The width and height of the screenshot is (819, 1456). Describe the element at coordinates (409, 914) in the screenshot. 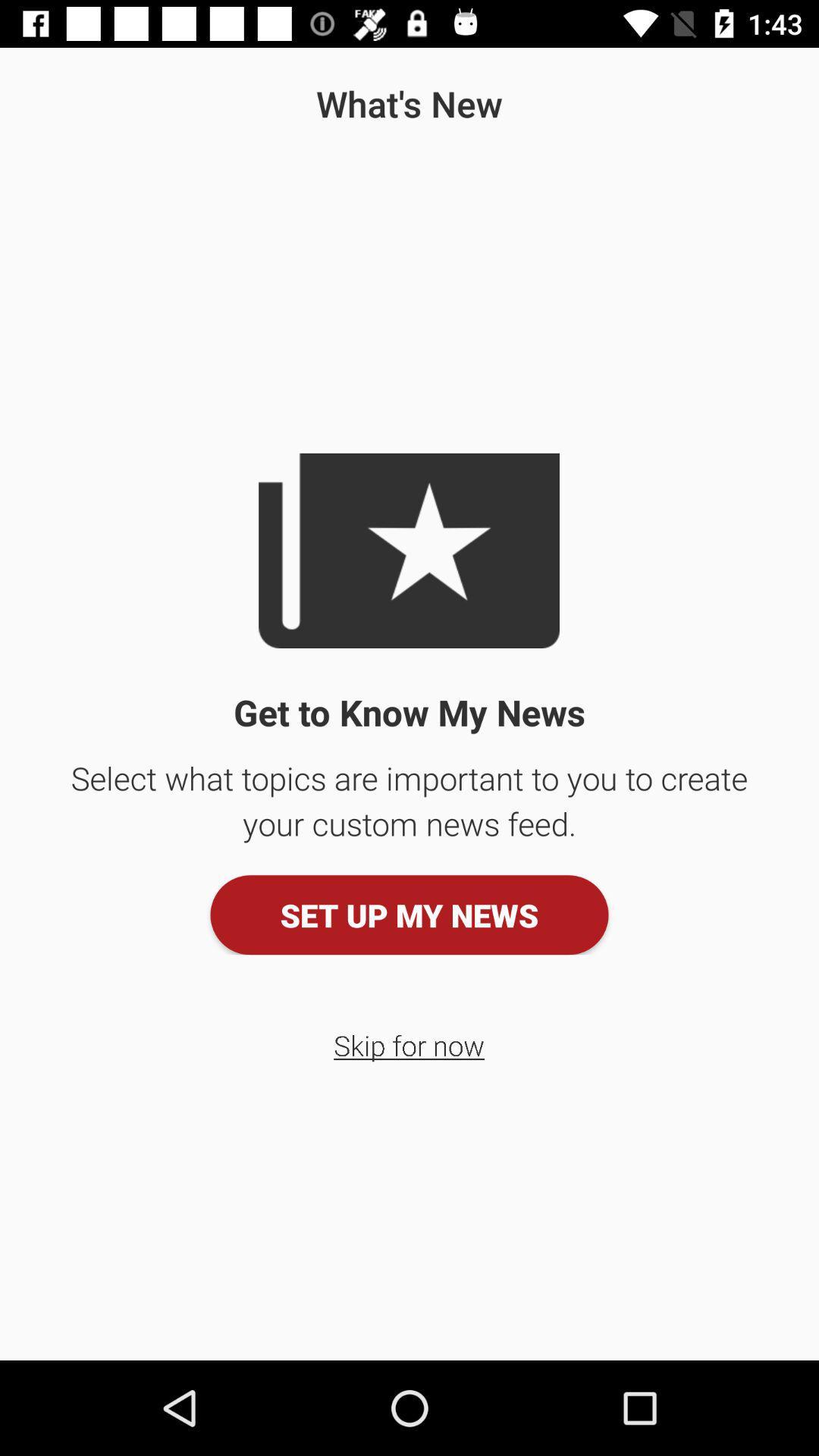

I see `the item above skip for now` at that location.